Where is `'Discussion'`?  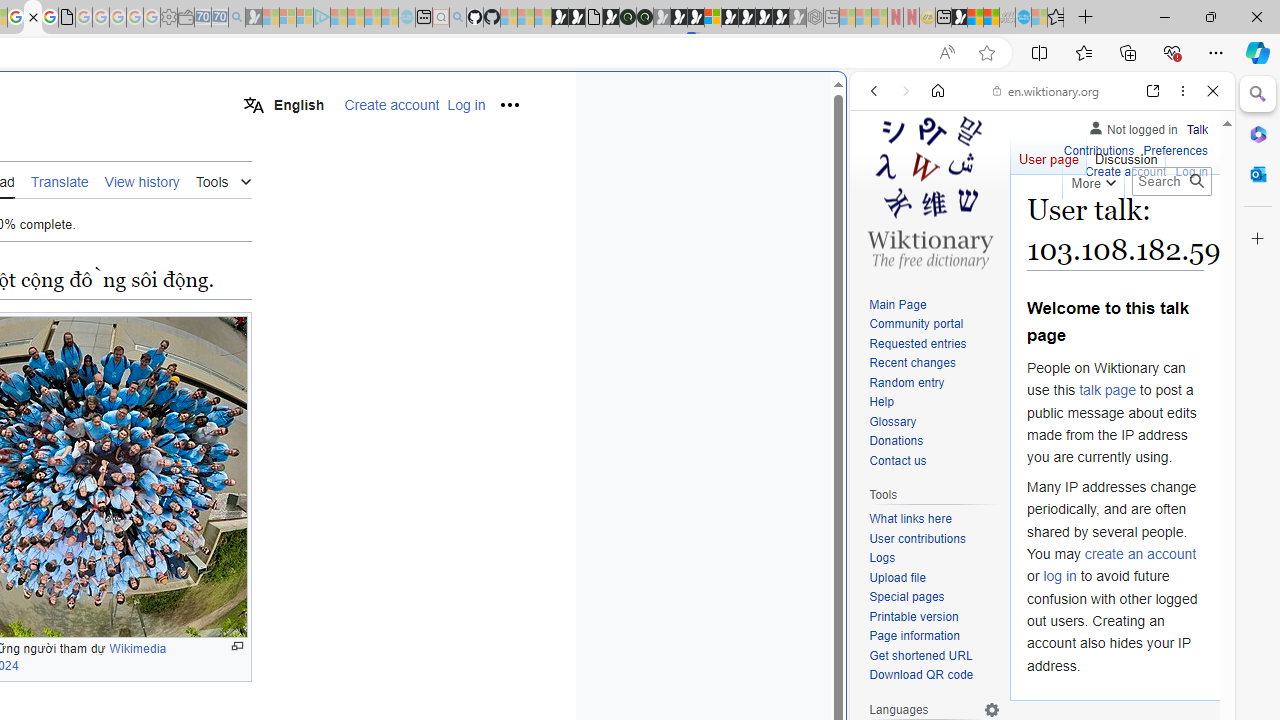
'Discussion' is located at coordinates (1125, 154).